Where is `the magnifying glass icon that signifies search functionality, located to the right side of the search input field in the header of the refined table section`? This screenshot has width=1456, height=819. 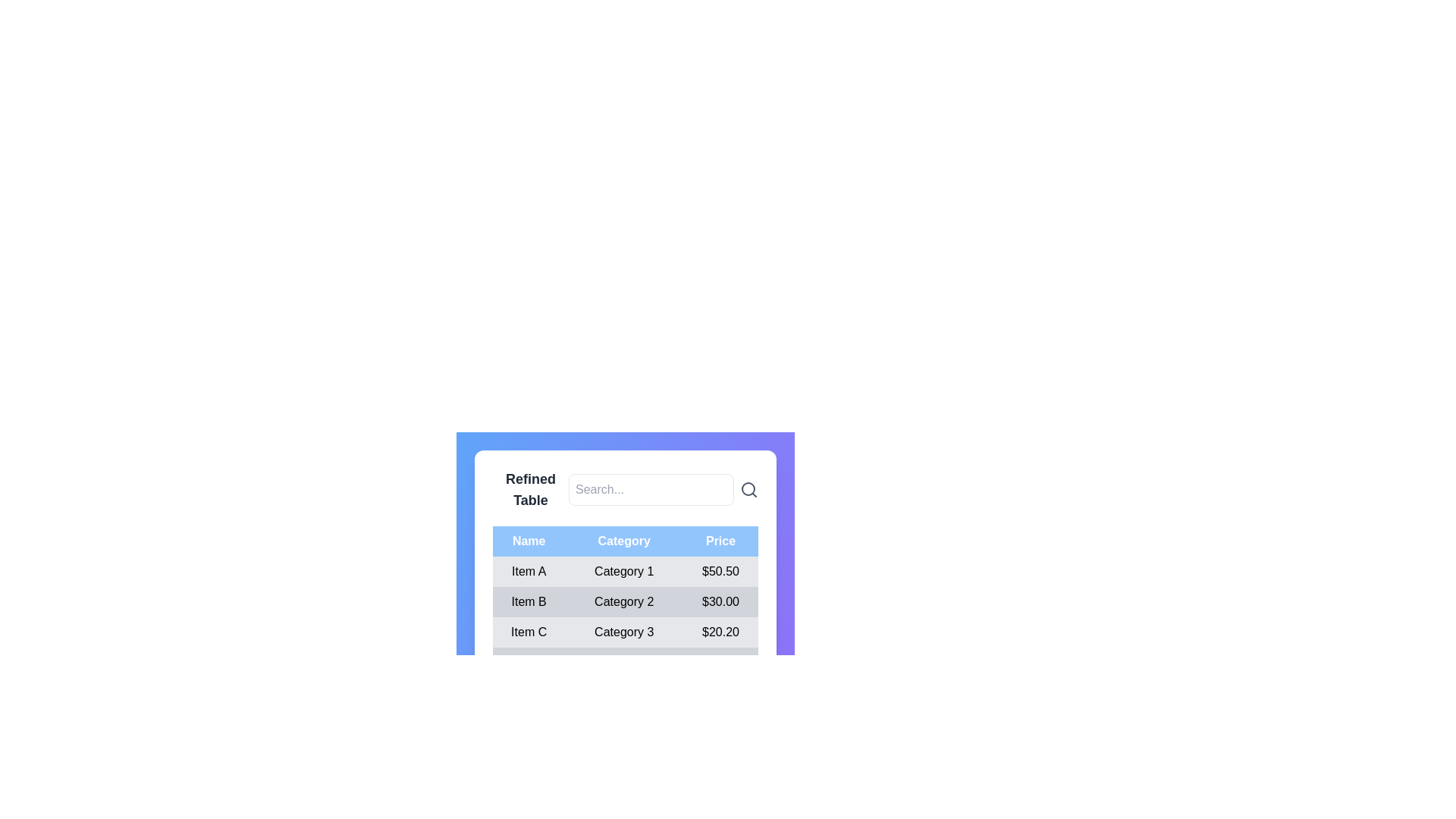
the magnifying glass icon that signifies search functionality, located to the right side of the search input field in the header of the refined table section is located at coordinates (749, 489).